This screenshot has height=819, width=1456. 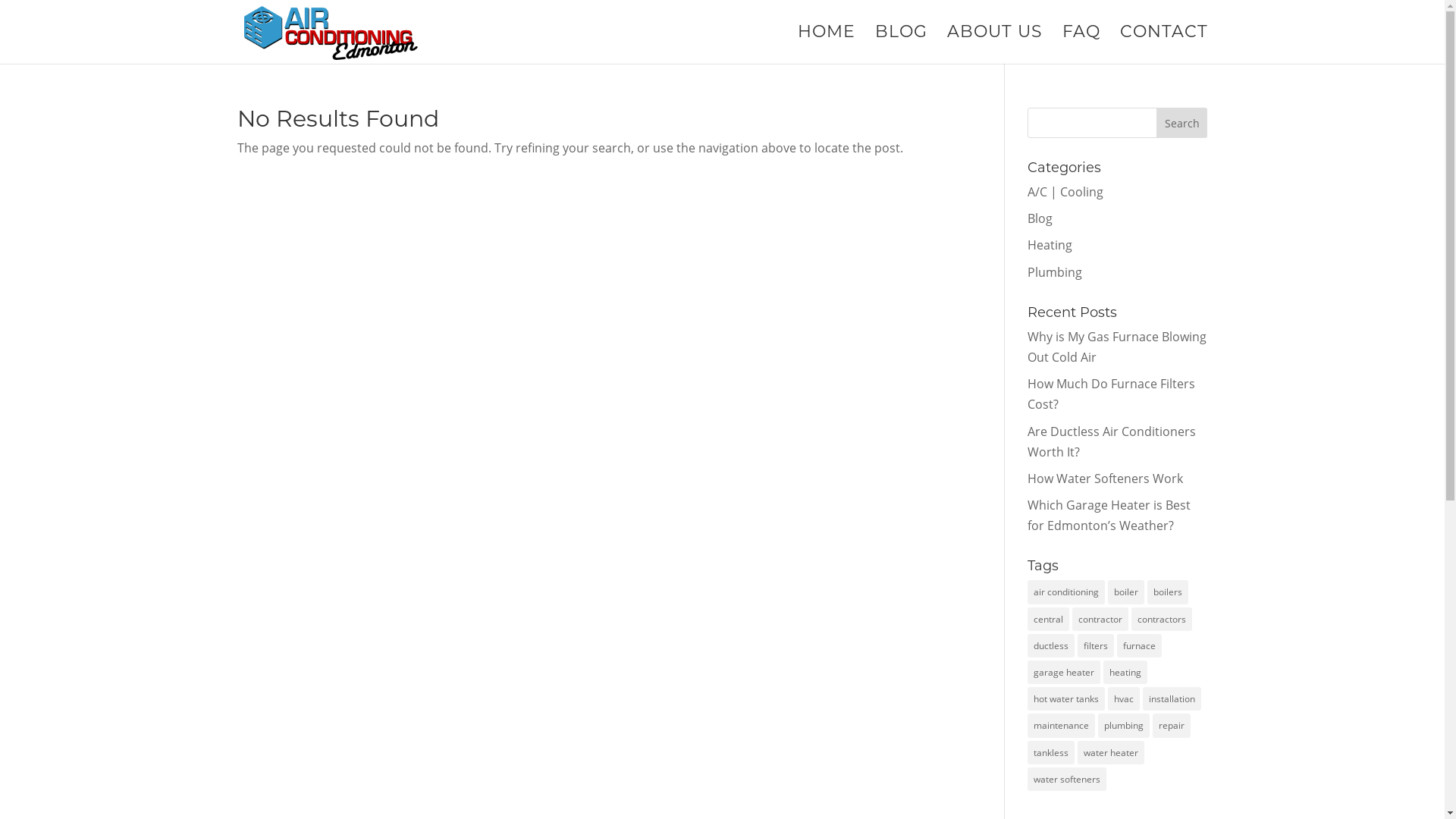 I want to click on 'HOME', so click(x=825, y=44).